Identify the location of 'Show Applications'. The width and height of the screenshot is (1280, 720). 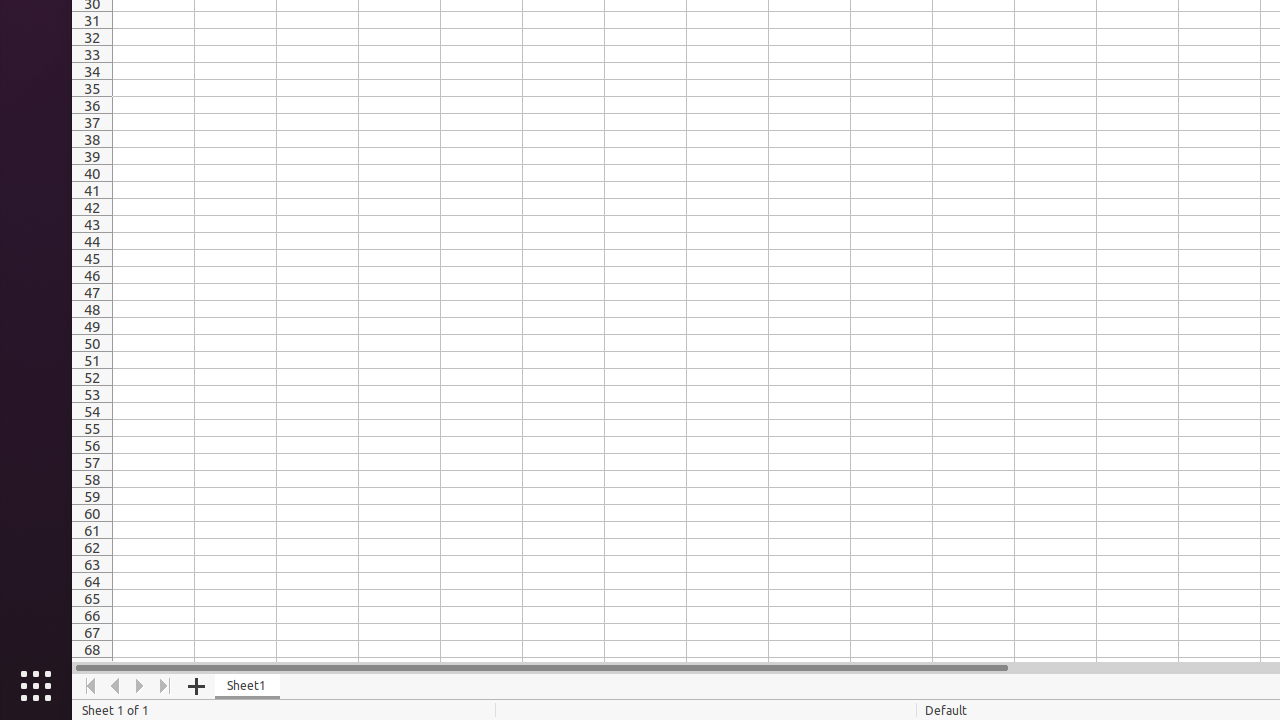
(35, 685).